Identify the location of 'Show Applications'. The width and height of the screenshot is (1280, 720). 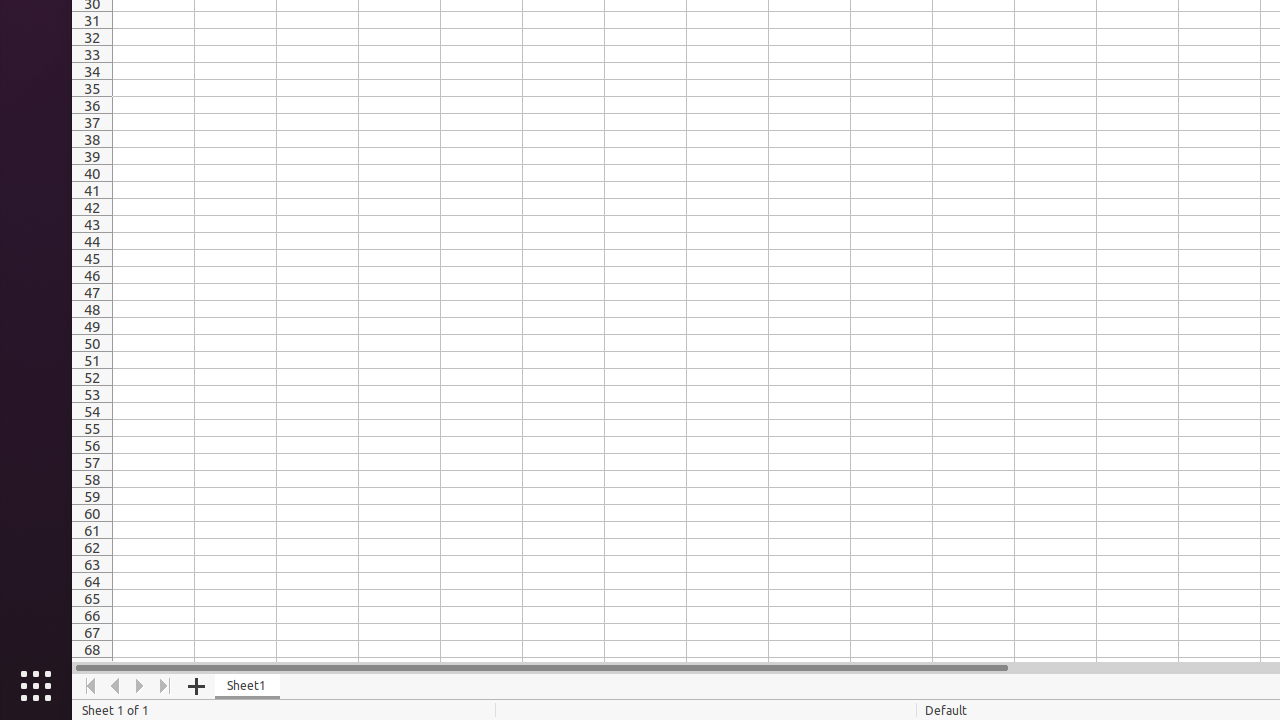
(35, 685).